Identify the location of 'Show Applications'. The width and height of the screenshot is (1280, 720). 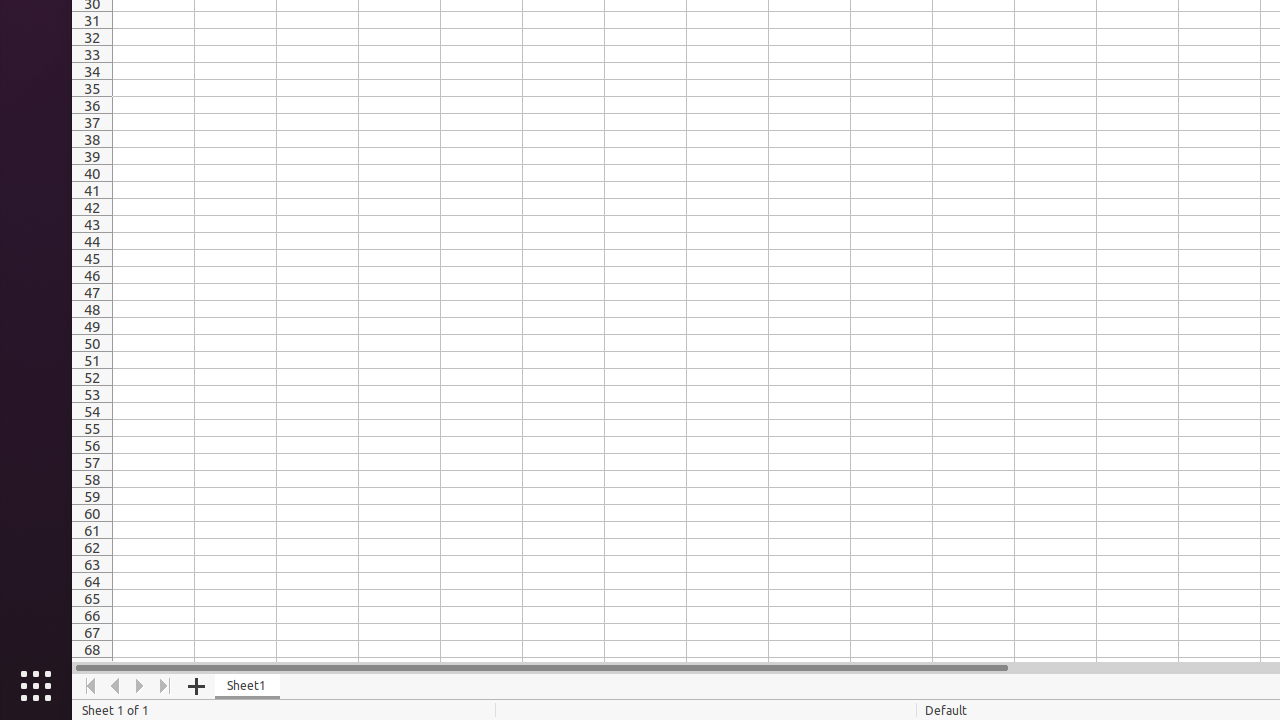
(35, 685).